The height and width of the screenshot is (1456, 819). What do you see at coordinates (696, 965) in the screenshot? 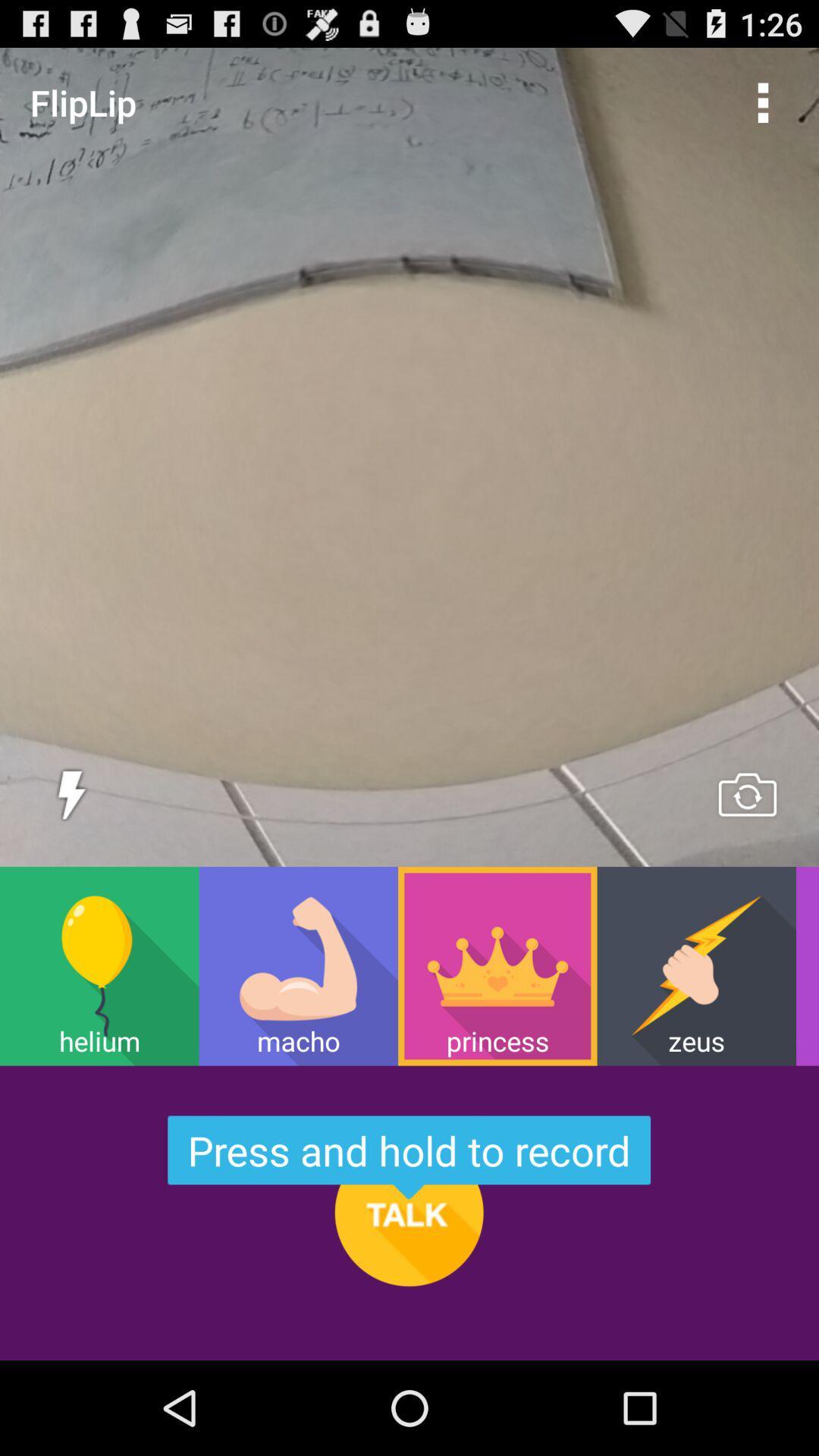
I see `item next to wacko` at bounding box center [696, 965].